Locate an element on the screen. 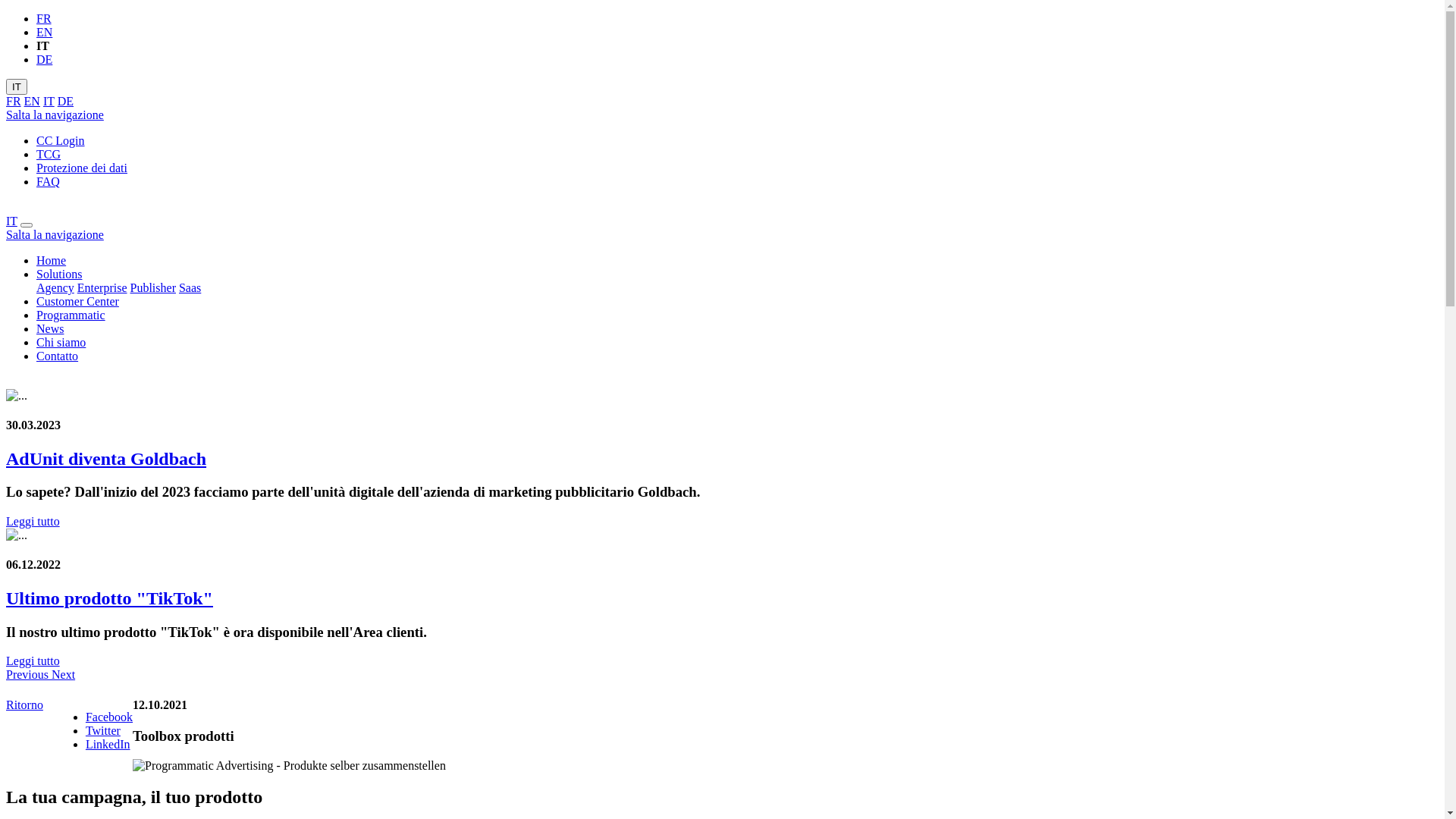  'Home' is located at coordinates (36, 259).